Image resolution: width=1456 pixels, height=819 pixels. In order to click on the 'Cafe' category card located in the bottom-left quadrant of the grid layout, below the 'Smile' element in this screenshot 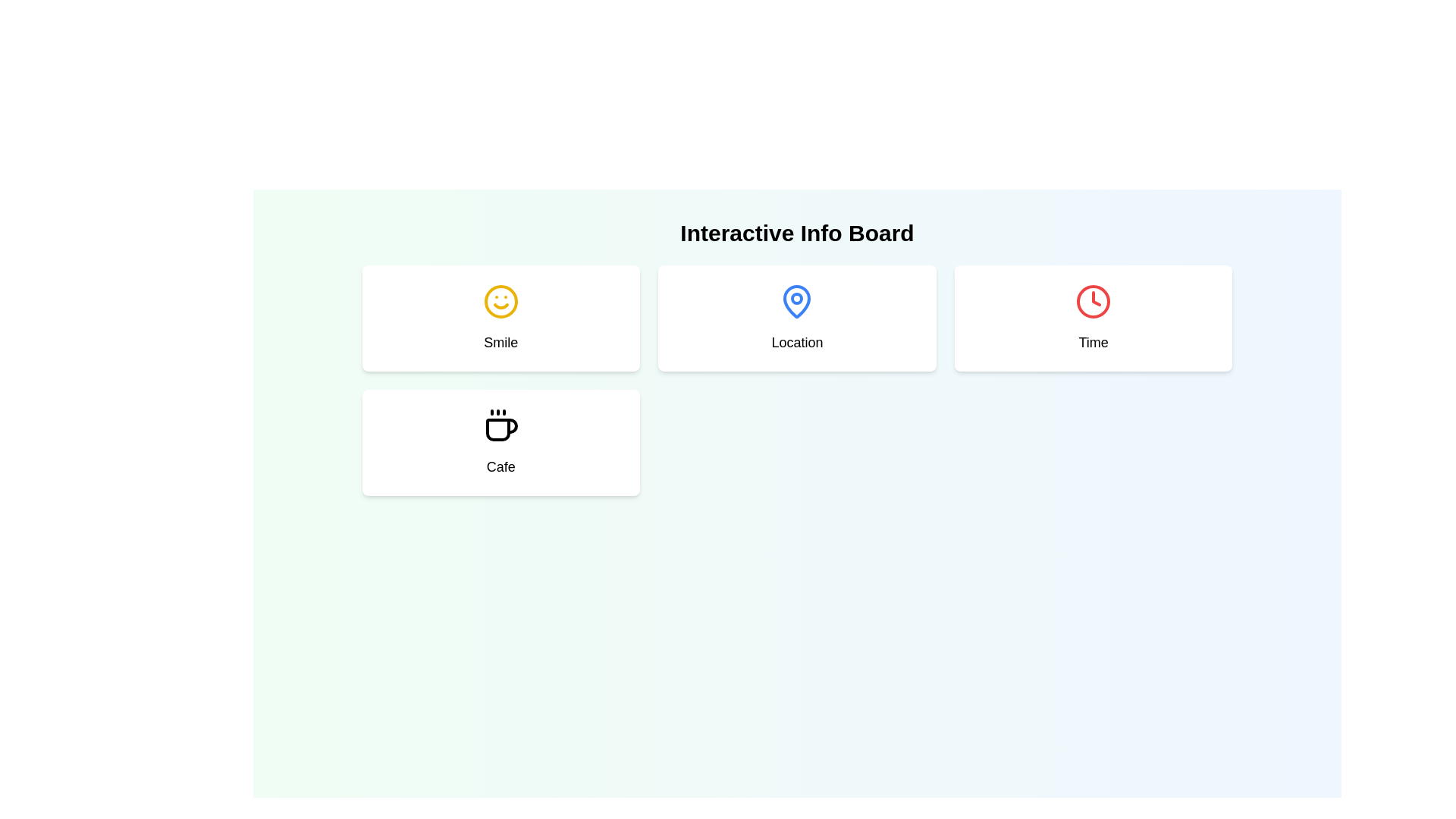, I will do `click(500, 442)`.